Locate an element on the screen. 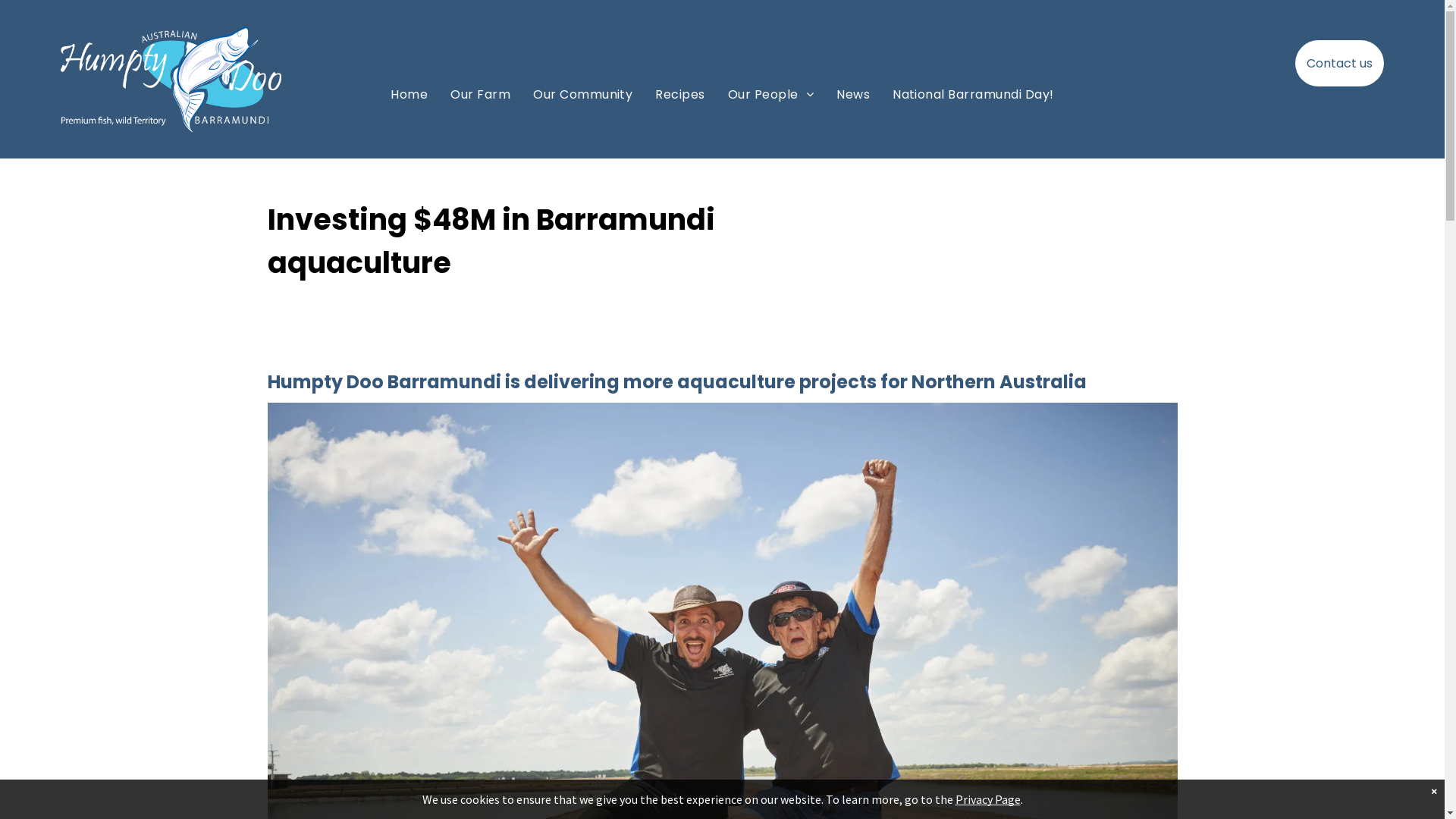 The height and width of the screenshot is (819, 1456). 'Privacy Page' is located at coordinates (954, 798).